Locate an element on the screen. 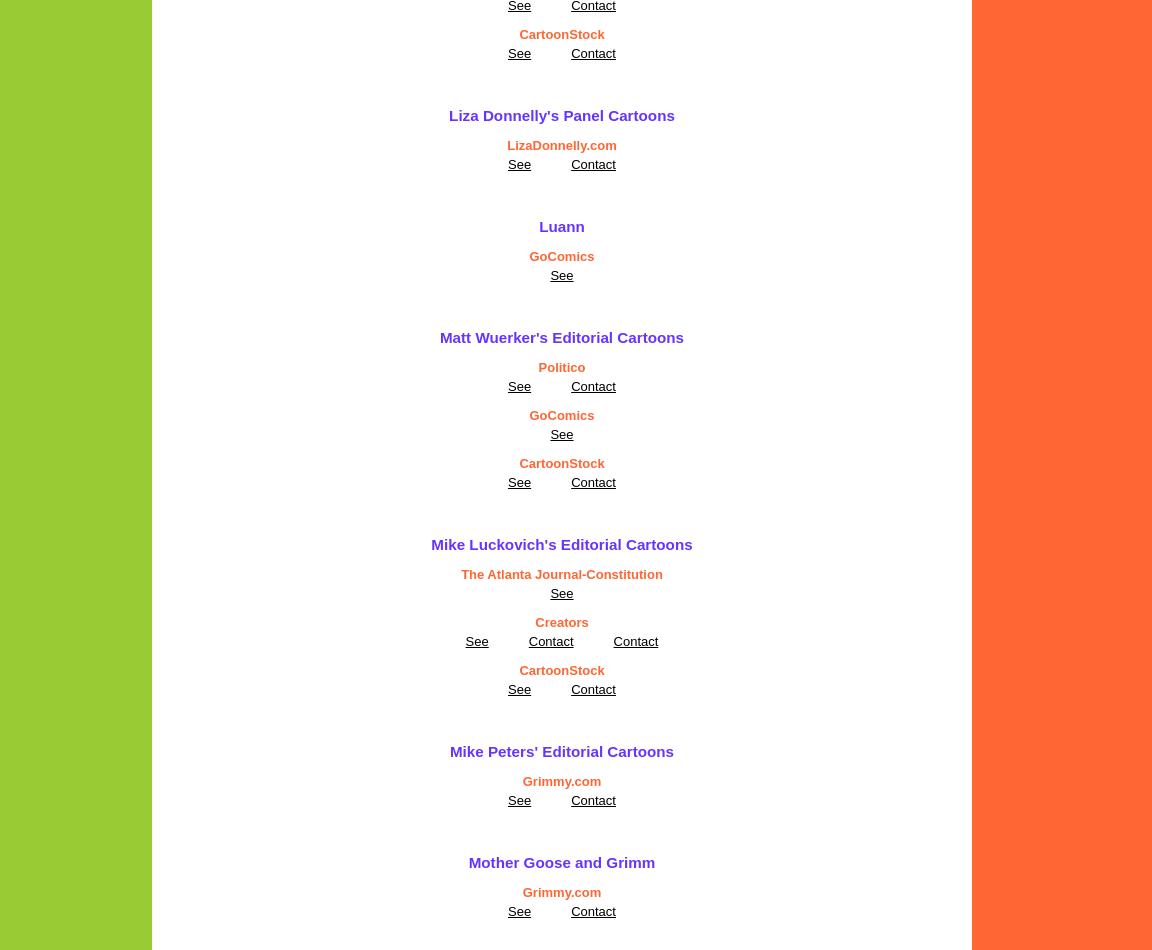 This screenshot has width=1152, height=950. 'Matt Wuerker's Editorial Cartoons' is located at coordinates (439, 336).